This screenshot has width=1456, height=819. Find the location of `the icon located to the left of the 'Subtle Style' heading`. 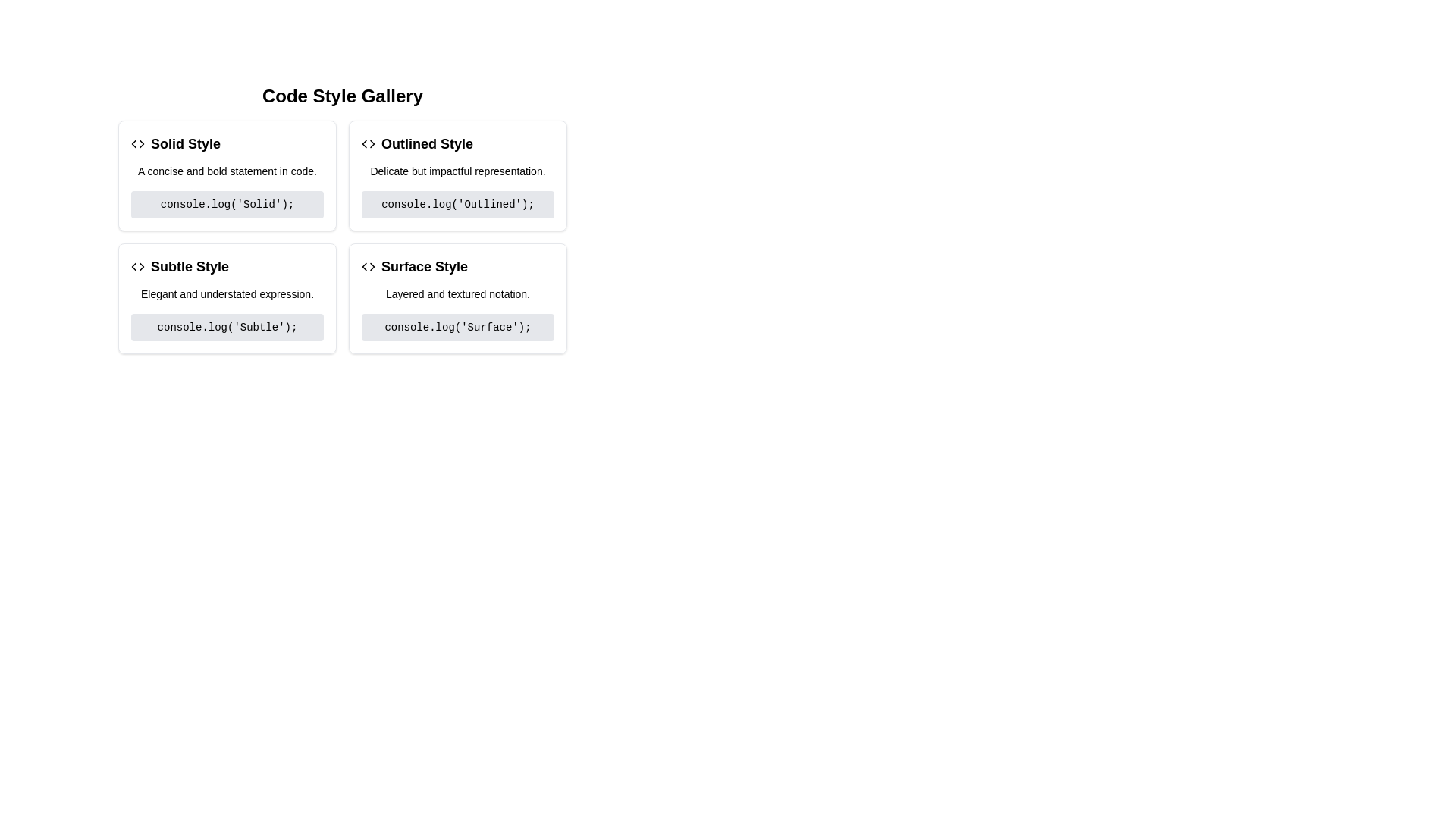

the icon located to the left of the 'Subtle Style' heading is located at coordinates (138, 265).